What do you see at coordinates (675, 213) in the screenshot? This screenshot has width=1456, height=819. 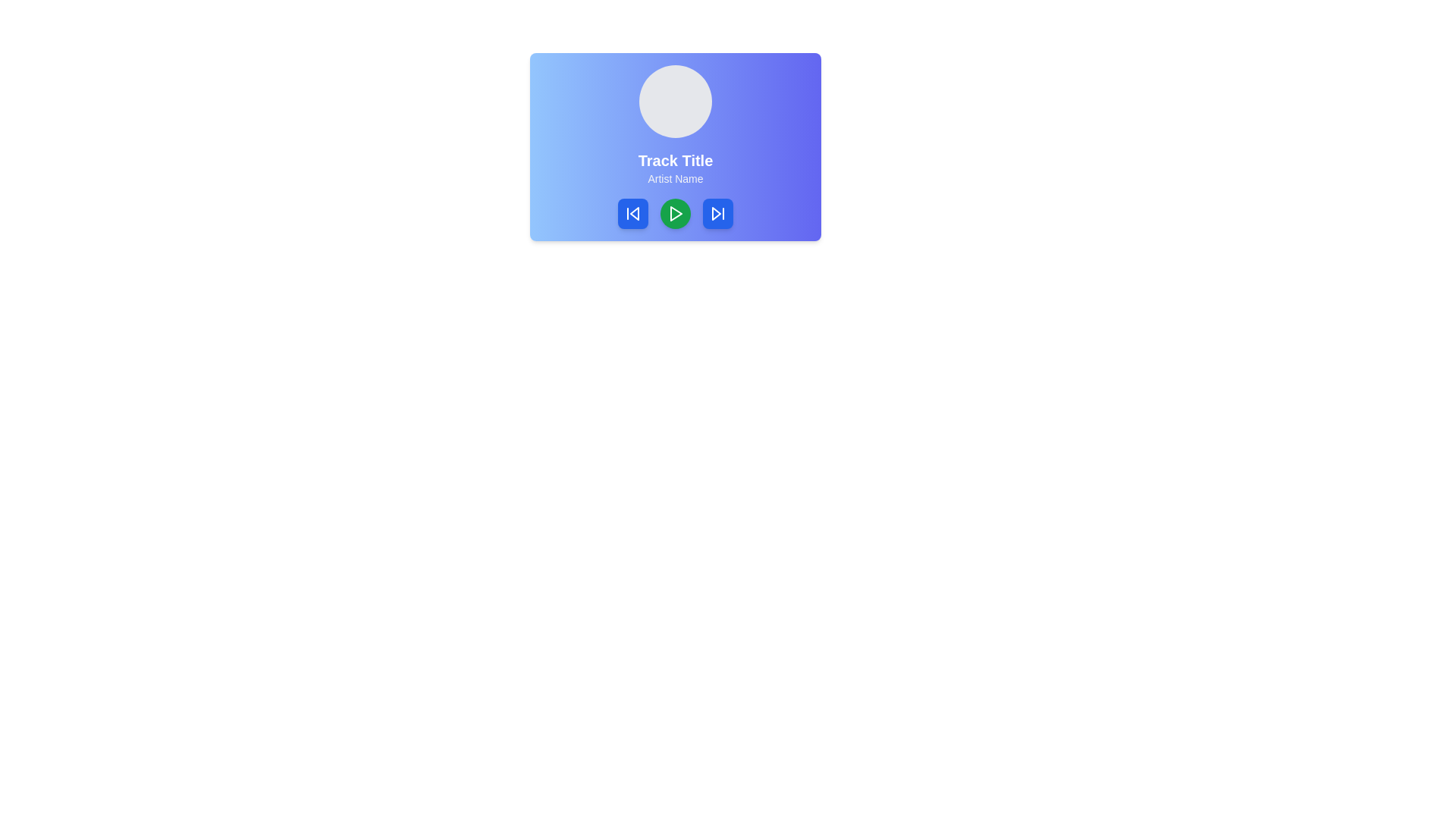 I see `the play button` at bounding box center [675, 213].